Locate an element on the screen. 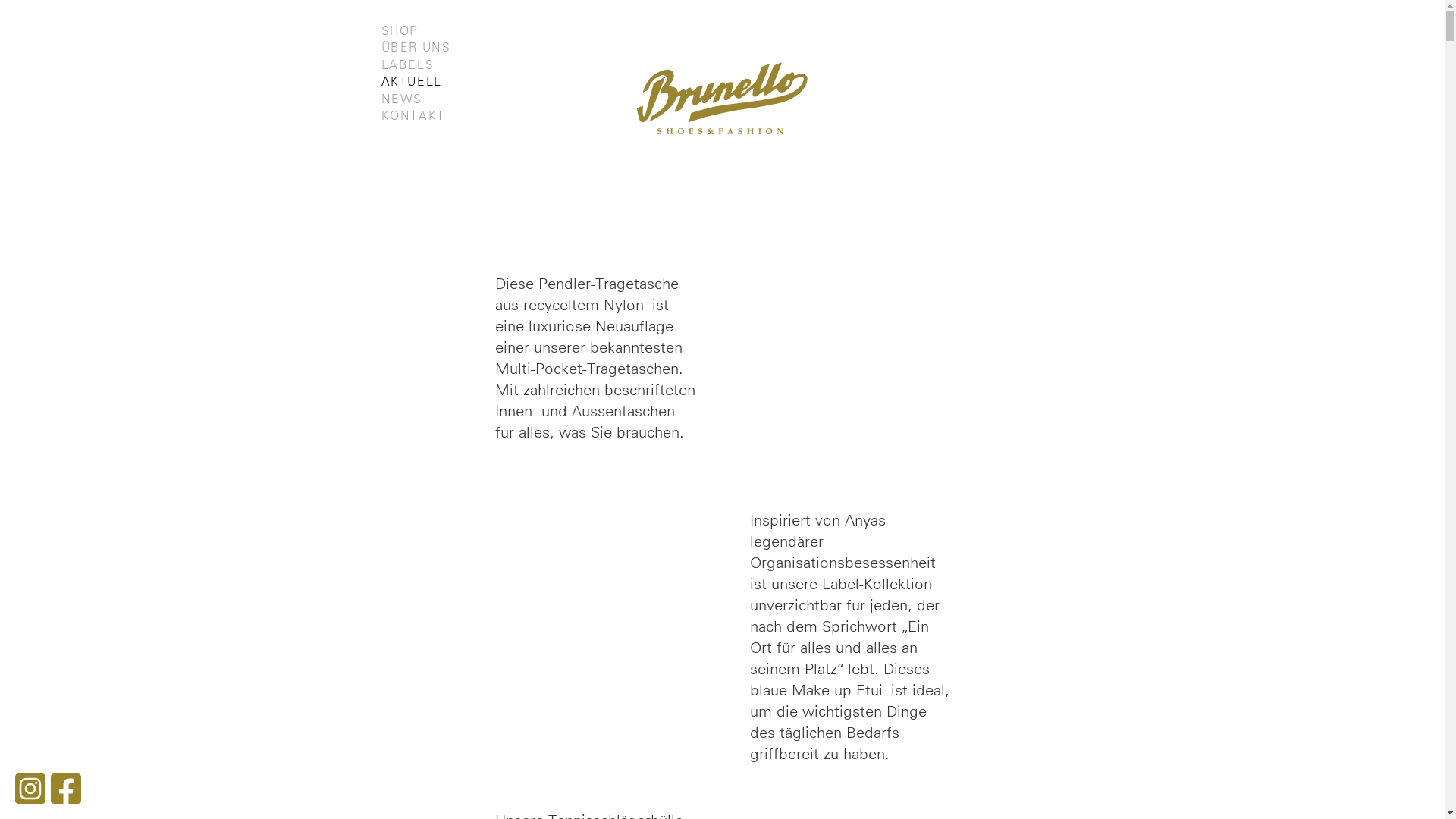  'LABELS' is located at coordinates (407, 64).